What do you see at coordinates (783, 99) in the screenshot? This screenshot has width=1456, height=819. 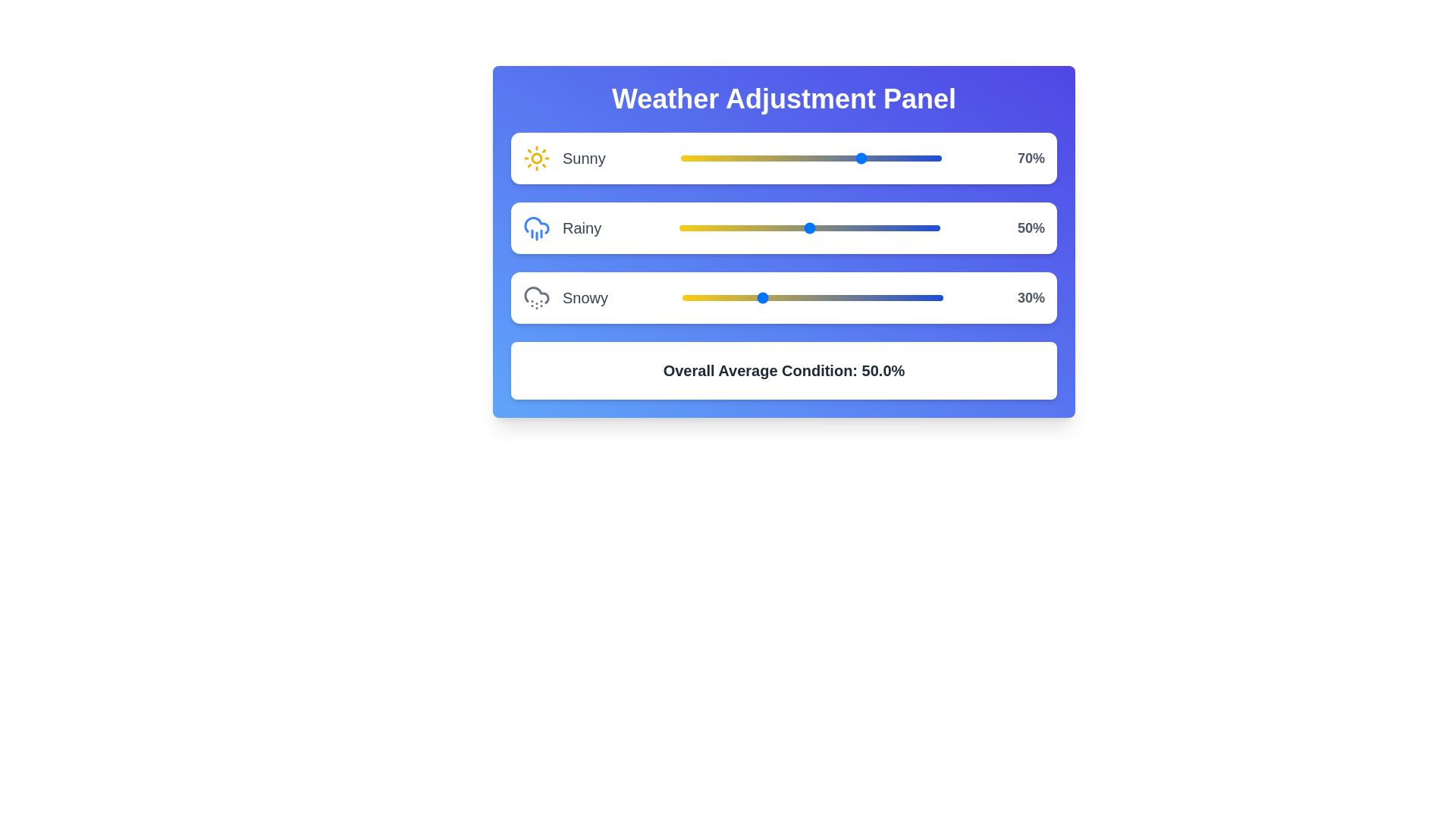 I see `the Header text that serves as the title for the weather adjustment panel, positioned at the top of a rounded card-like interface with a blue-gradient background` at bounding box center [783, 99].